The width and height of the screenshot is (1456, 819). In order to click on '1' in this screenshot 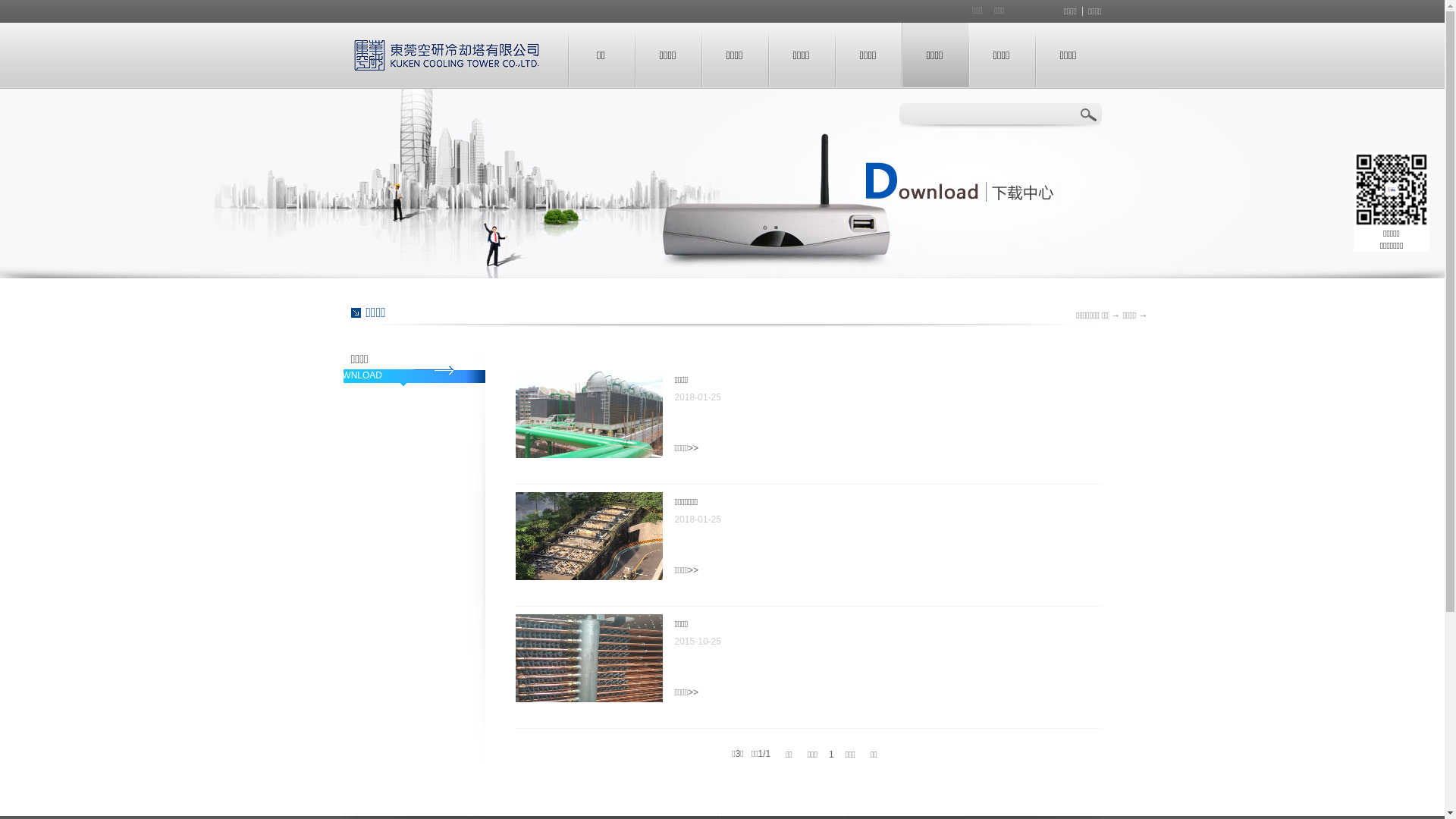, I will do `click(830, 755)`.